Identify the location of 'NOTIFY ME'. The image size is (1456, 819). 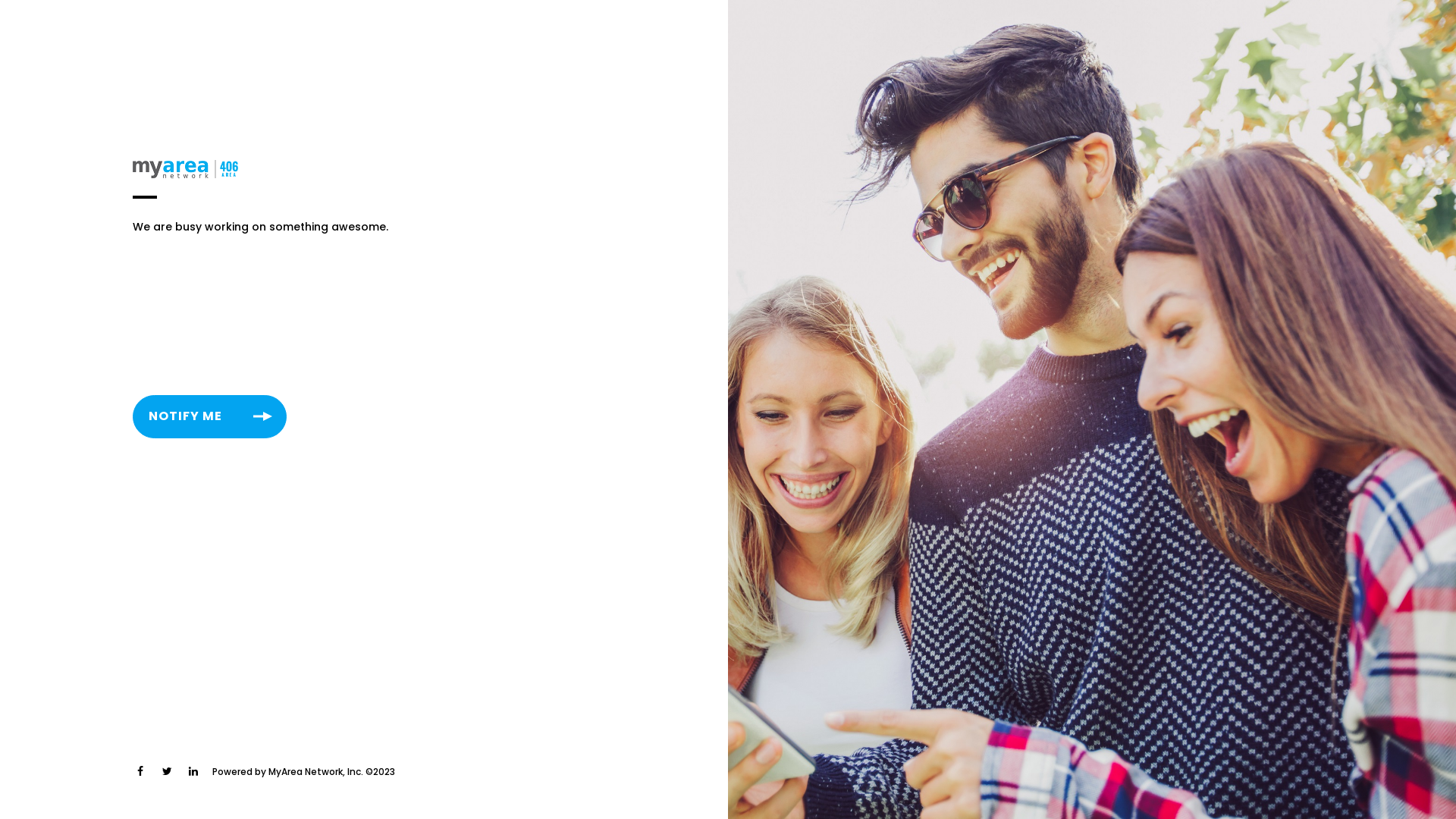
(132, 416).